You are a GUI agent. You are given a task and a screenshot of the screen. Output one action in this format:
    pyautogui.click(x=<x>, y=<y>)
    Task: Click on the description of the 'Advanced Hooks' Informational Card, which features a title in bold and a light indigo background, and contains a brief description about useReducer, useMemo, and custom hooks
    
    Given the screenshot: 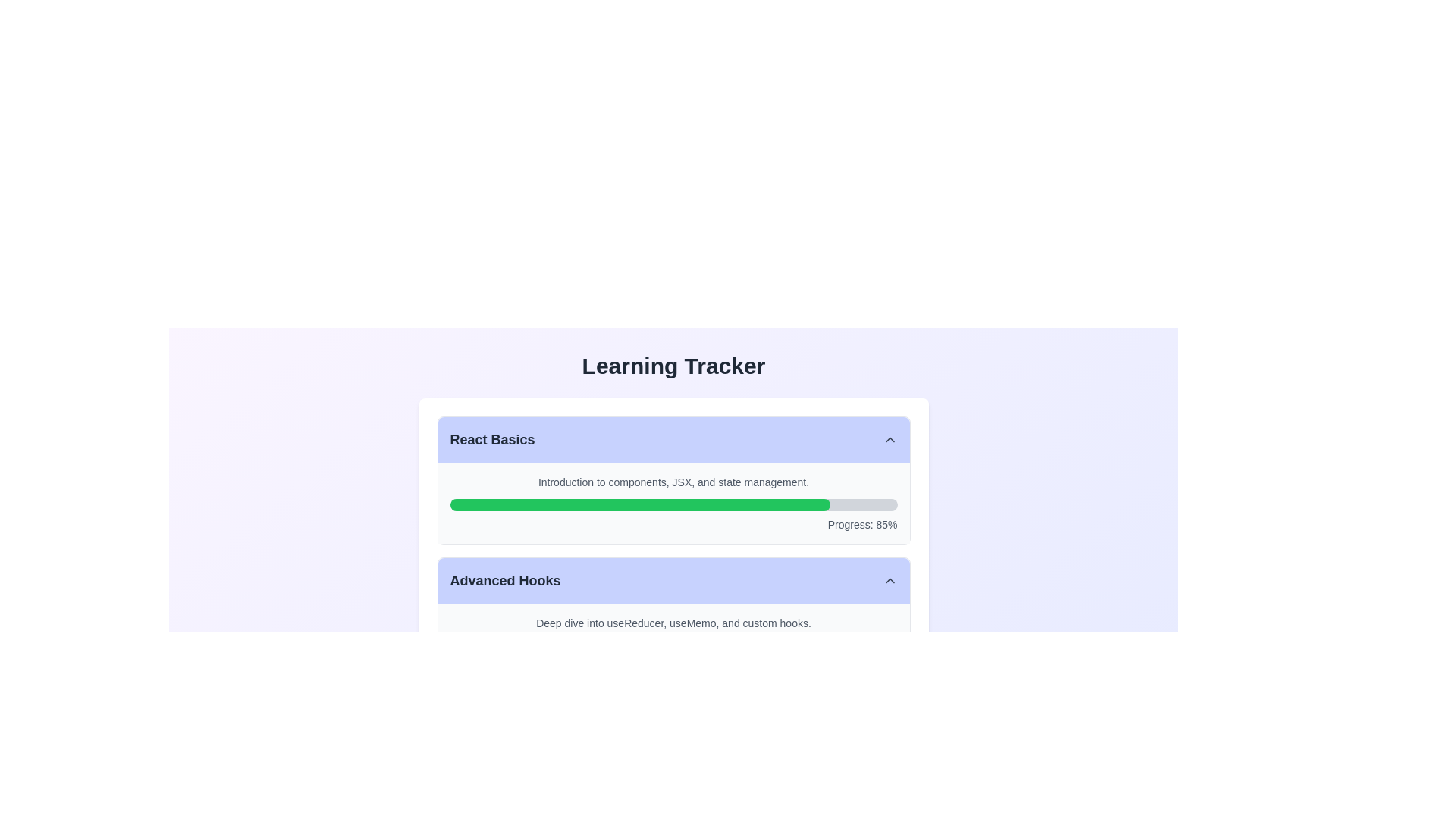 What is the action you would take?
    pyautogui.click(x=673, y=622)
    